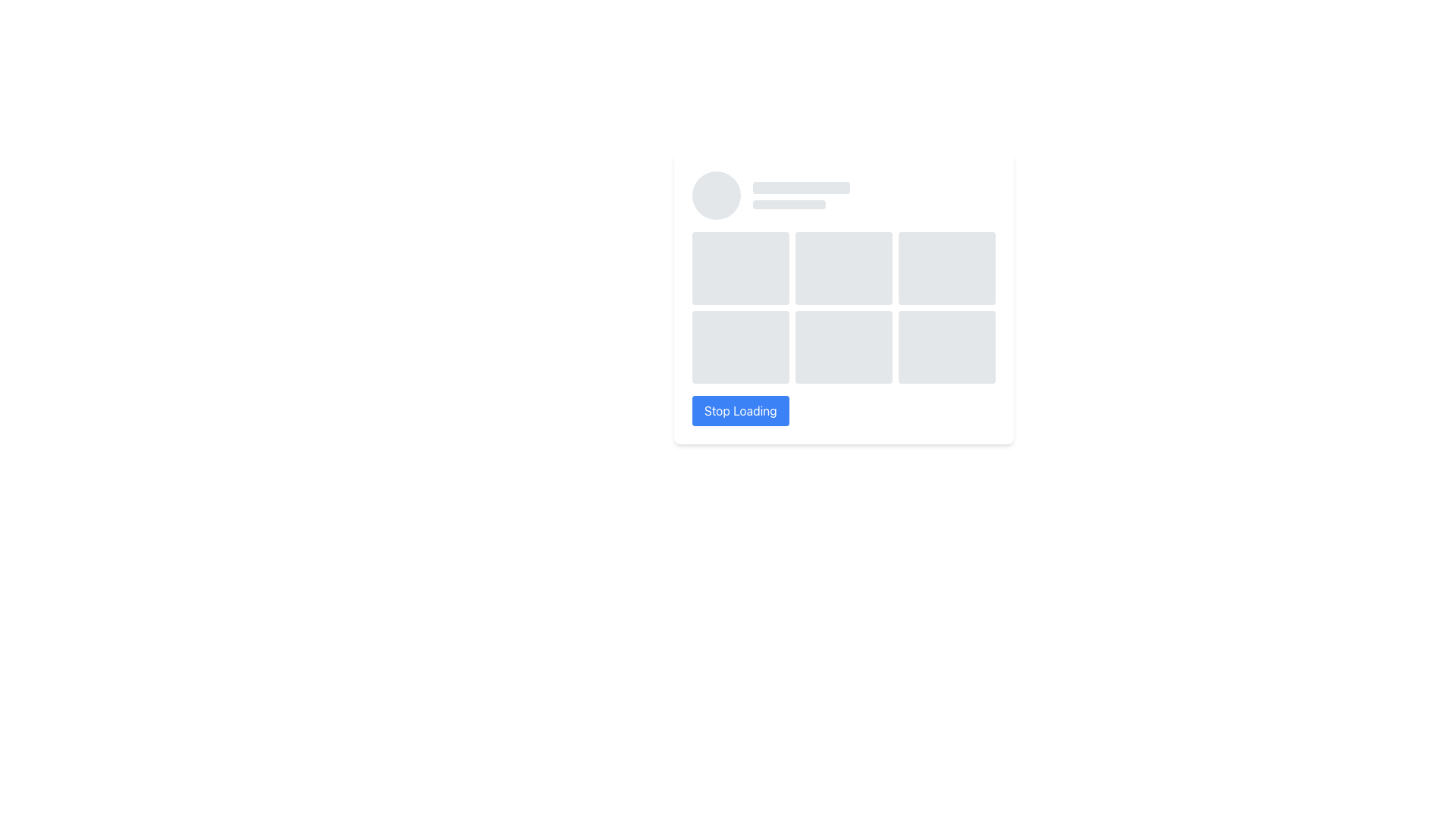  What do you see at coordinates (946, 268) in the screenshot?
I see `the light gray rectangular loading skeleton placeholder located in the top row of a 3x2 grid layout, positioned as the third placeholder in that row` at bounding box center [946, 268].